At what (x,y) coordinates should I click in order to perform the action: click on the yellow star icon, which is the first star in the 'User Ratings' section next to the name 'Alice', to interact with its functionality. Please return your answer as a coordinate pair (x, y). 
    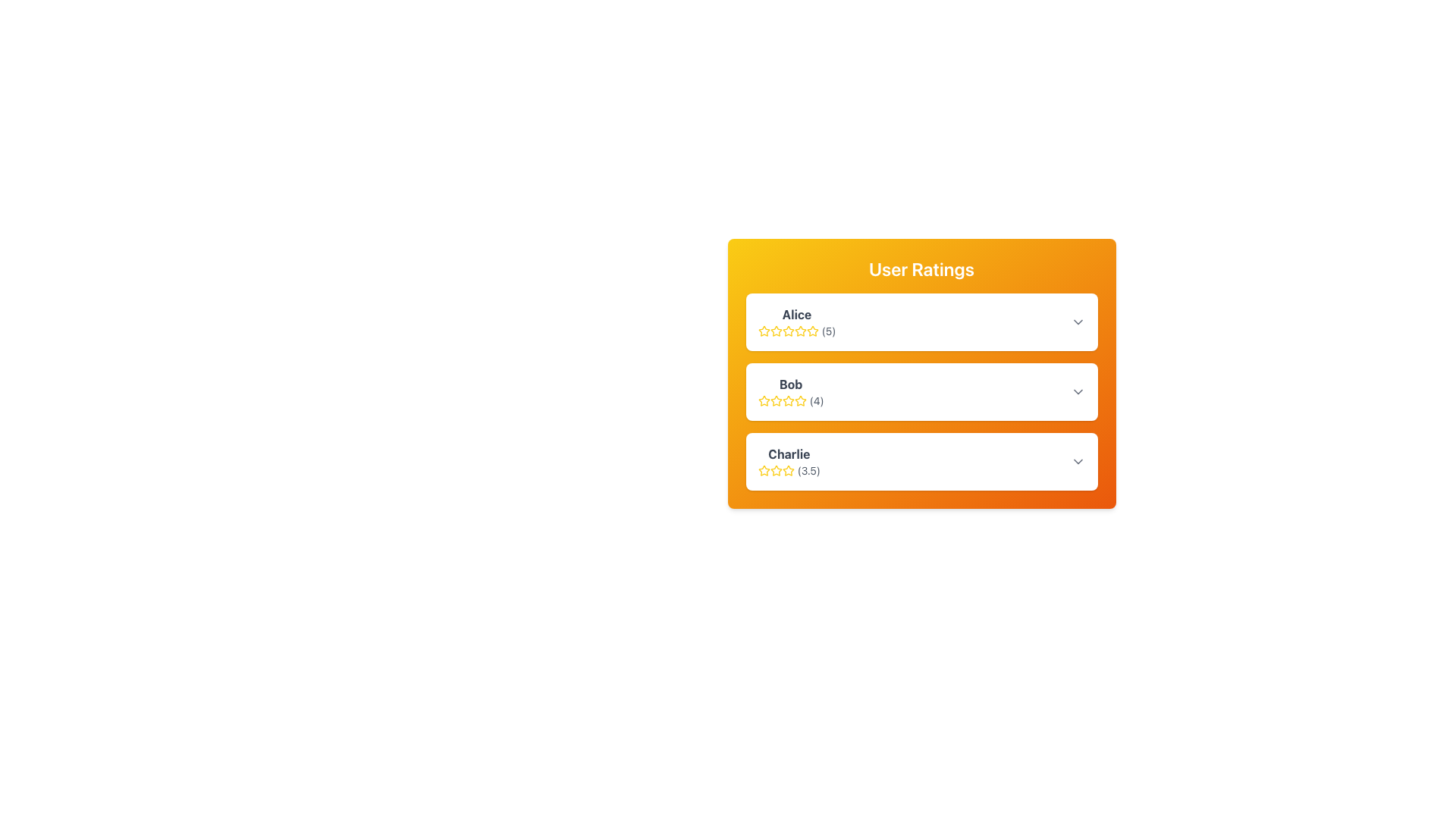
    Looking at the image, I should click on (764, 329).